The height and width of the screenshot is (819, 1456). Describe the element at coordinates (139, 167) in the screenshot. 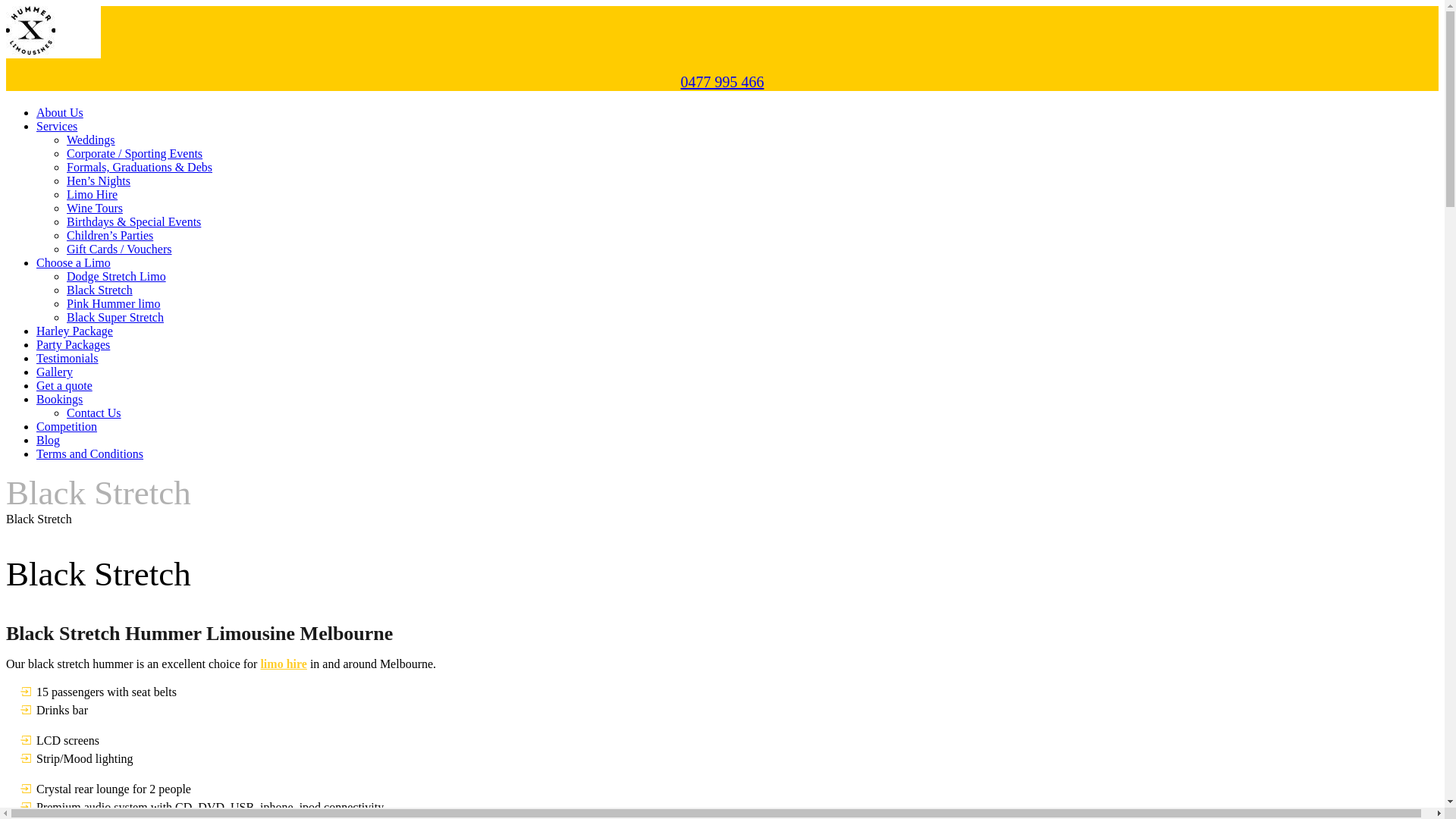

I see `'Formals, Graduations & Debs'` at that location.